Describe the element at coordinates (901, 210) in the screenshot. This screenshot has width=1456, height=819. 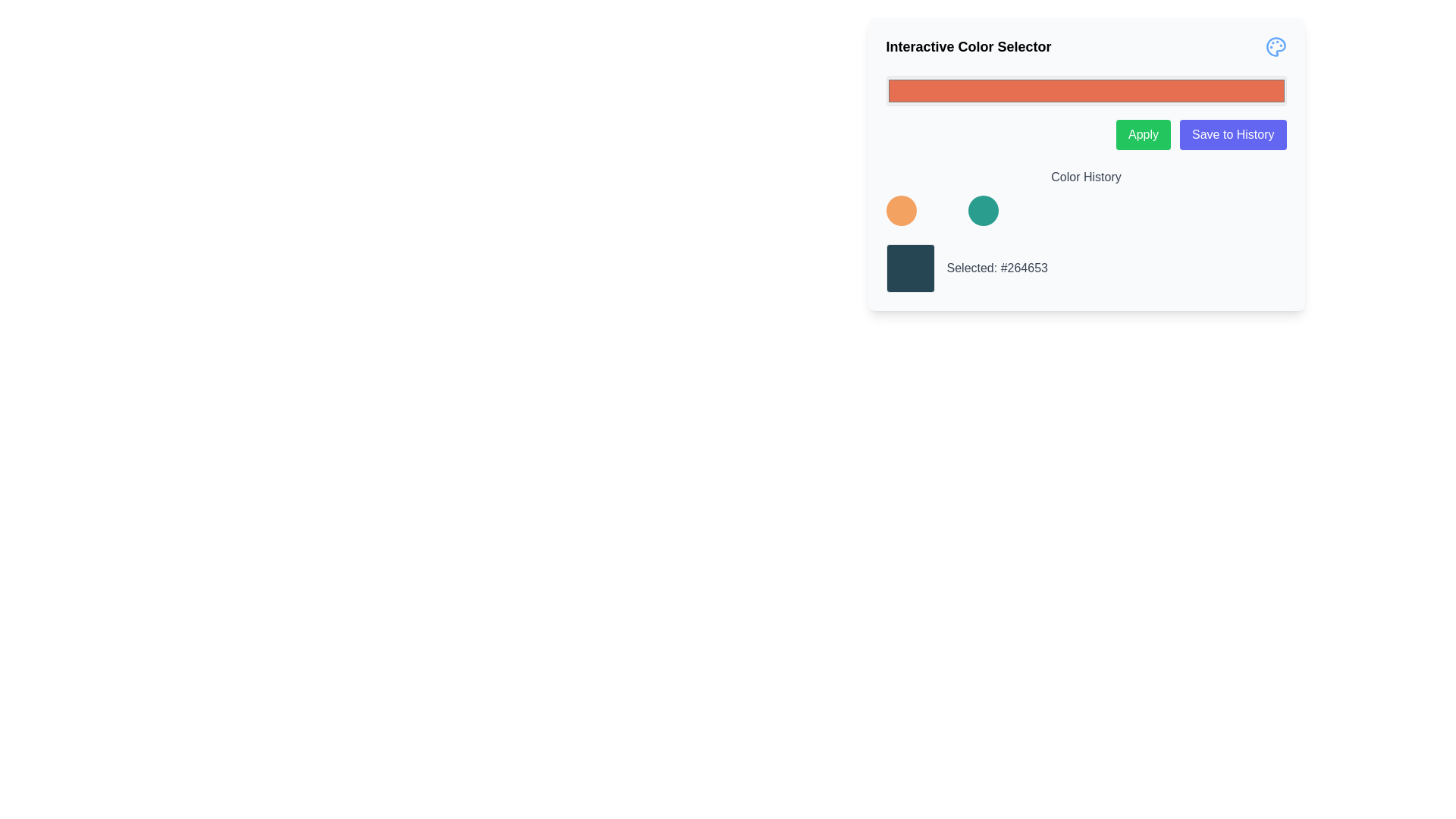
I see `the first circular color selector with an orange fill, located slightly above the center-right area of the interface` at that location.